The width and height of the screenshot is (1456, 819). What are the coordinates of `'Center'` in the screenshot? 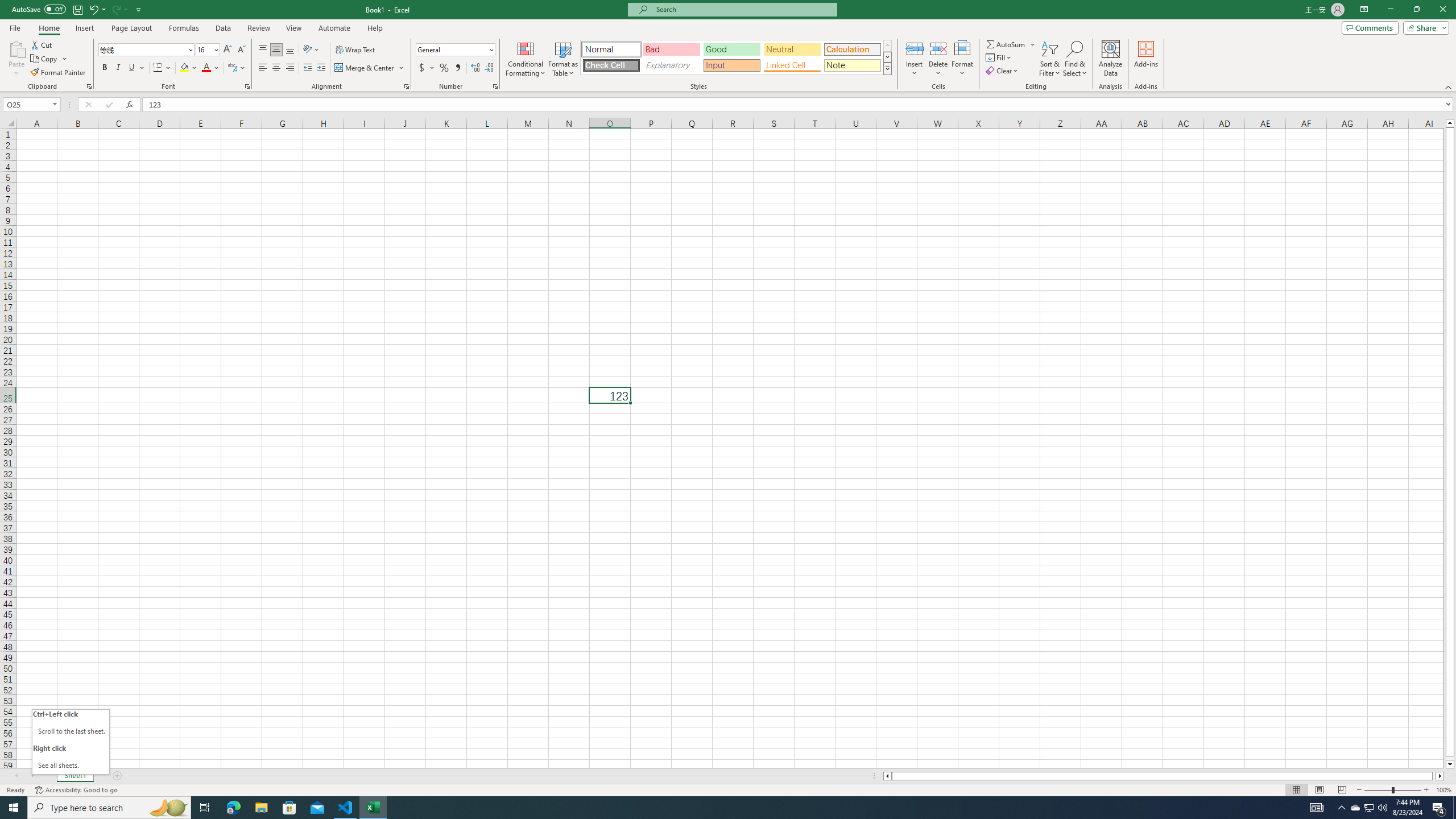 It's located at (276, 67).